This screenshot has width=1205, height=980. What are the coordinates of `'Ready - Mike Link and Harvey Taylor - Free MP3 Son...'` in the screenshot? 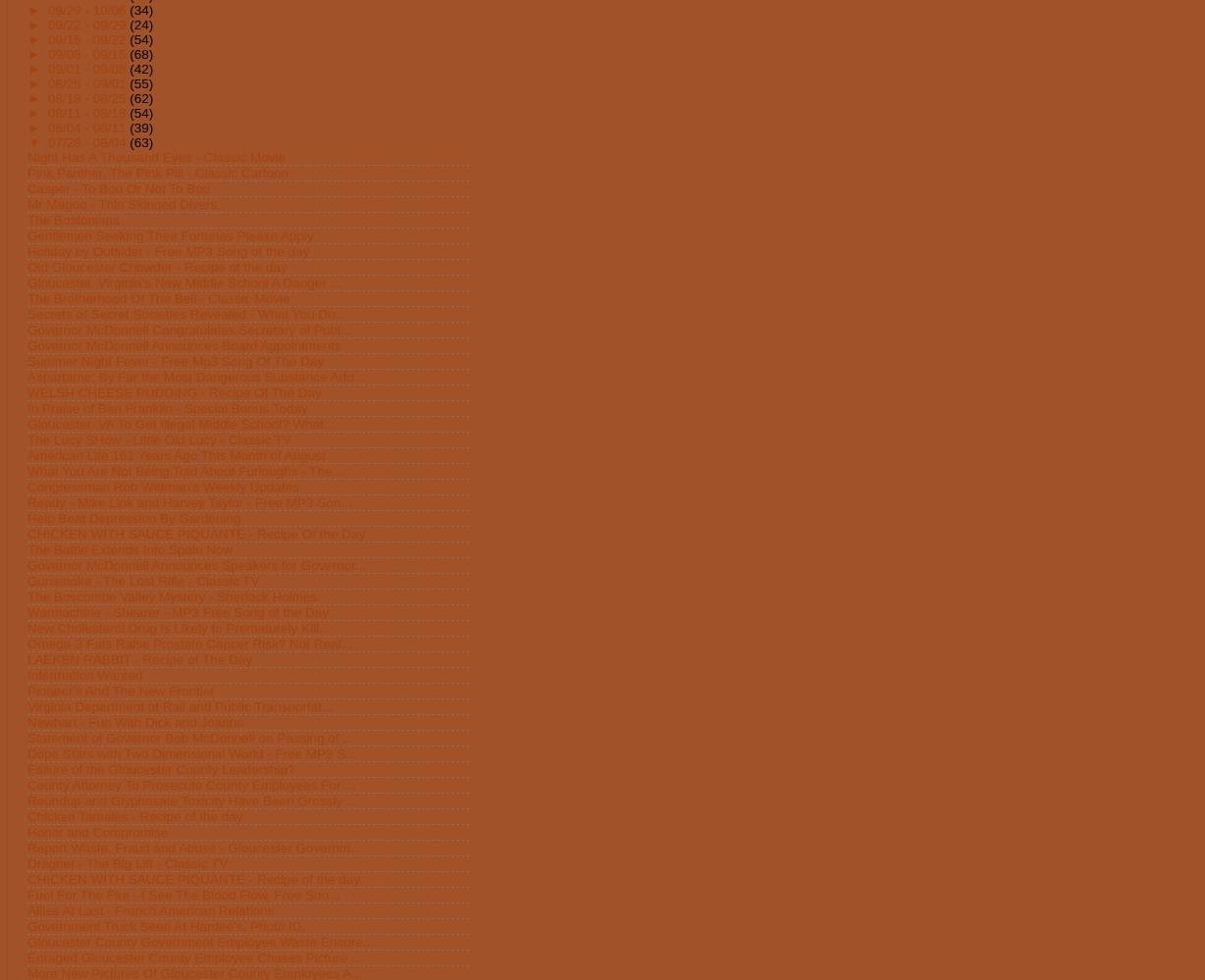 It's located at (188, 500).